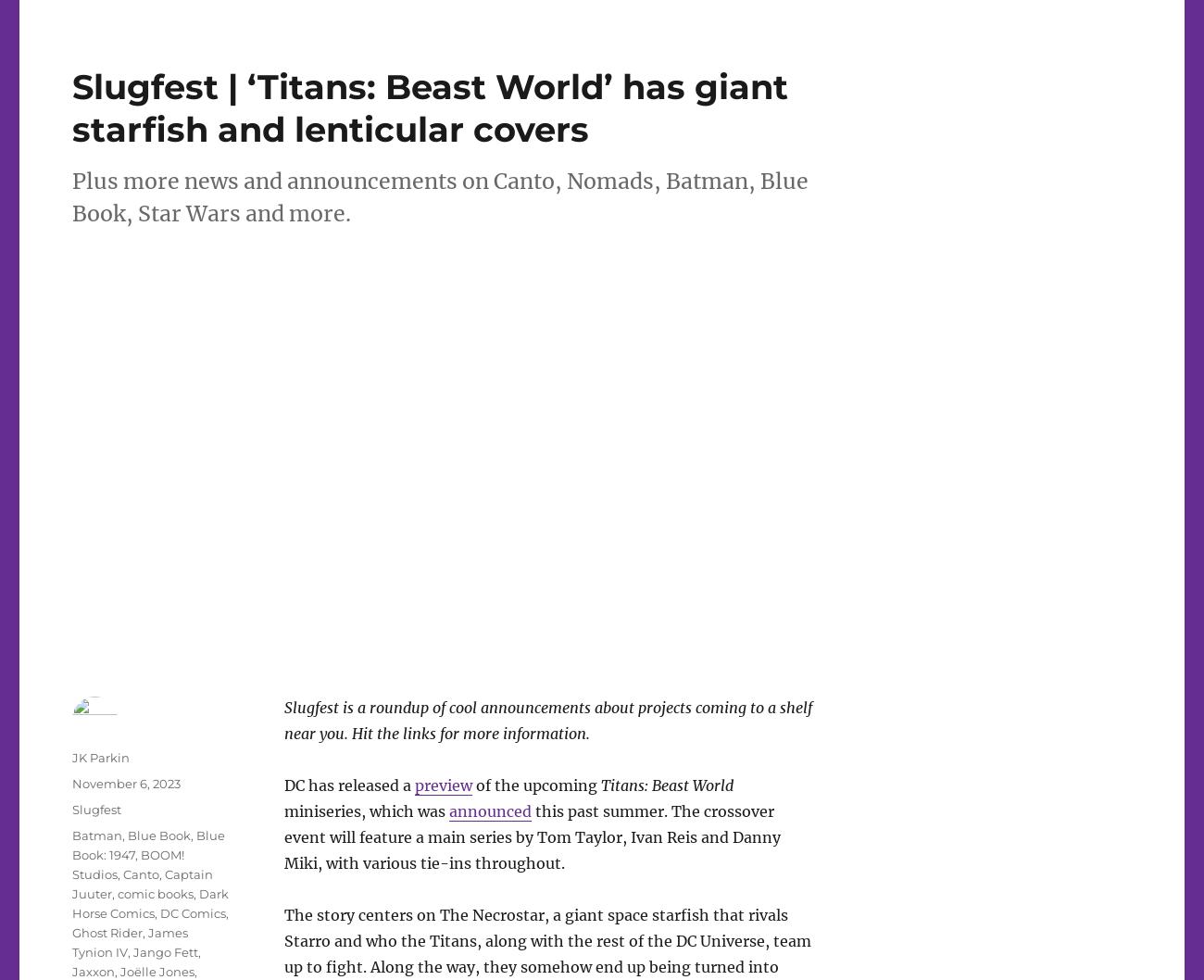  Describe the element at coordinates (439, 196) in the screenshot. I see `'Plus more news and announcements on Canto, Nomads, Batman, Blue Book, Star Wars and more.'` at that location.